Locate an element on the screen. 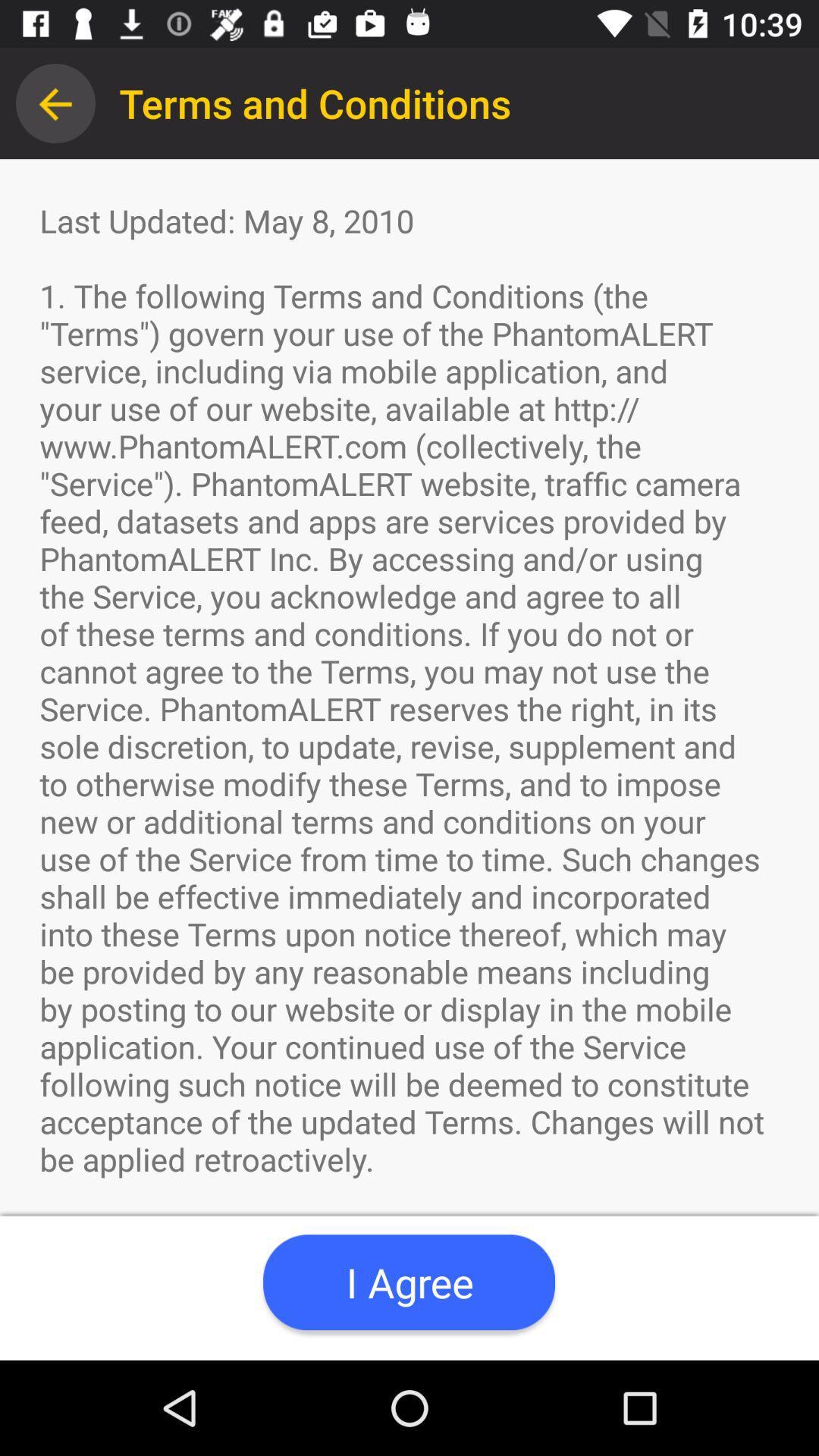 The height and width of the screenshot is (1456, 819). app below the terms and conditions app is located at coordinates (408, 1282).